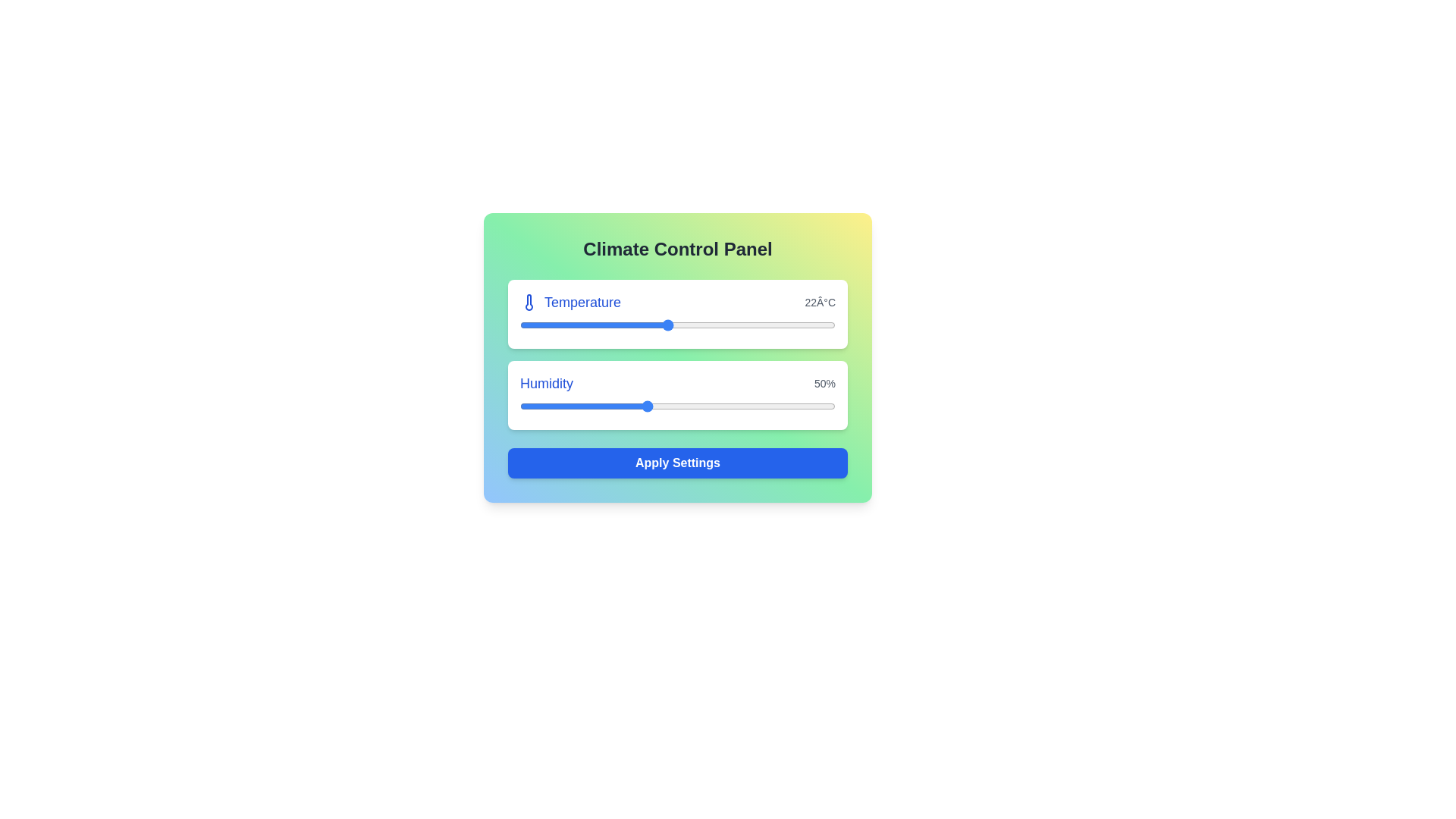 The width and height of the screenshot is (1456, 819). Describe the element at coordinates (687, 324) in the screenshot. I see `the temperature` at that location.